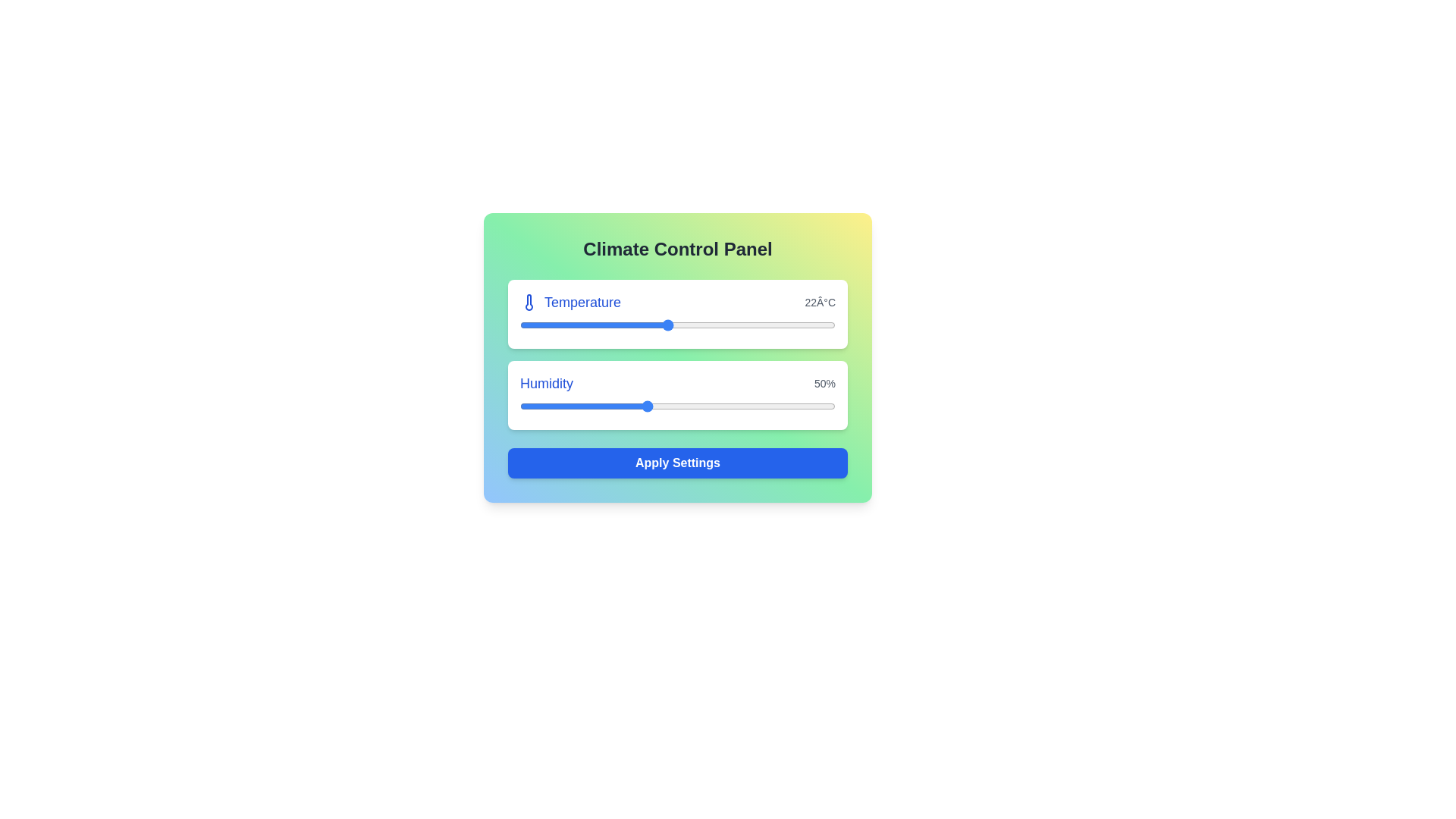 The width and height of the screenshot is (1456, 819). Describe the element at coordinates (687, 324) in the screenshot. I see `the temperature` at that location.